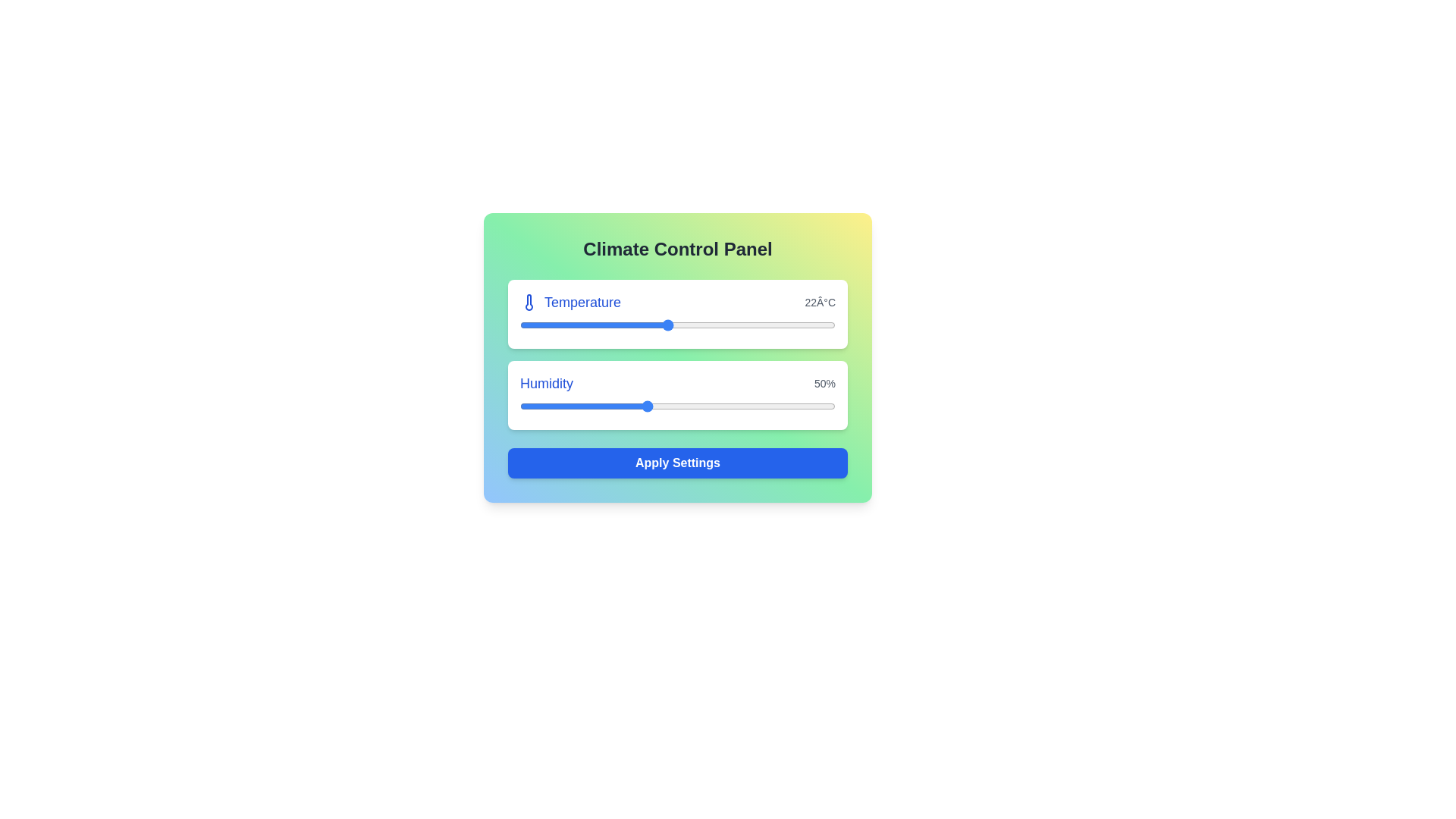 The width and height of the screenshot is (1456, 819). Describe the element at coordinates (687, 324) in the screenshot. I see `the temperature` at that location.